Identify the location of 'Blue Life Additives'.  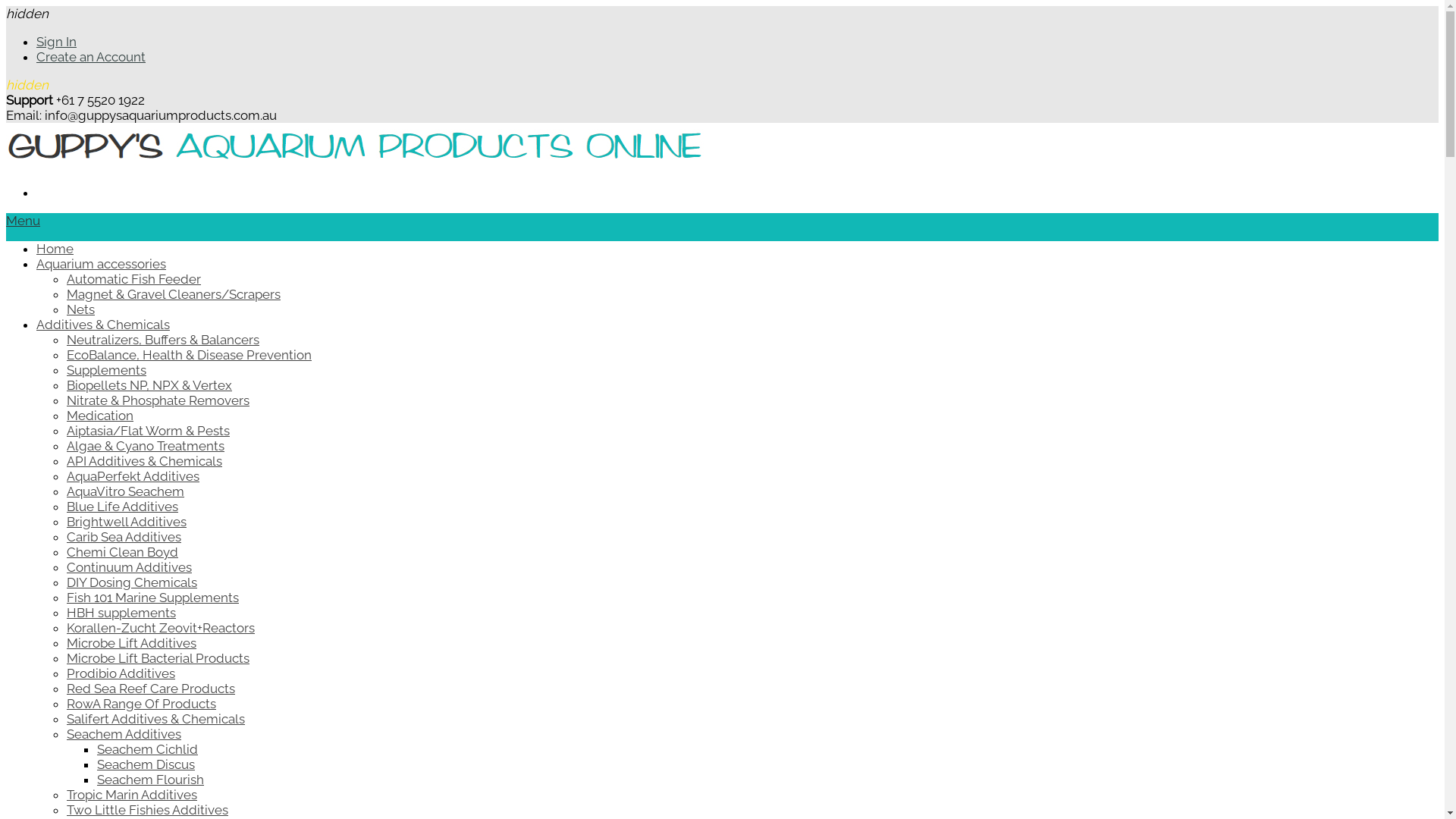
(122, 506).